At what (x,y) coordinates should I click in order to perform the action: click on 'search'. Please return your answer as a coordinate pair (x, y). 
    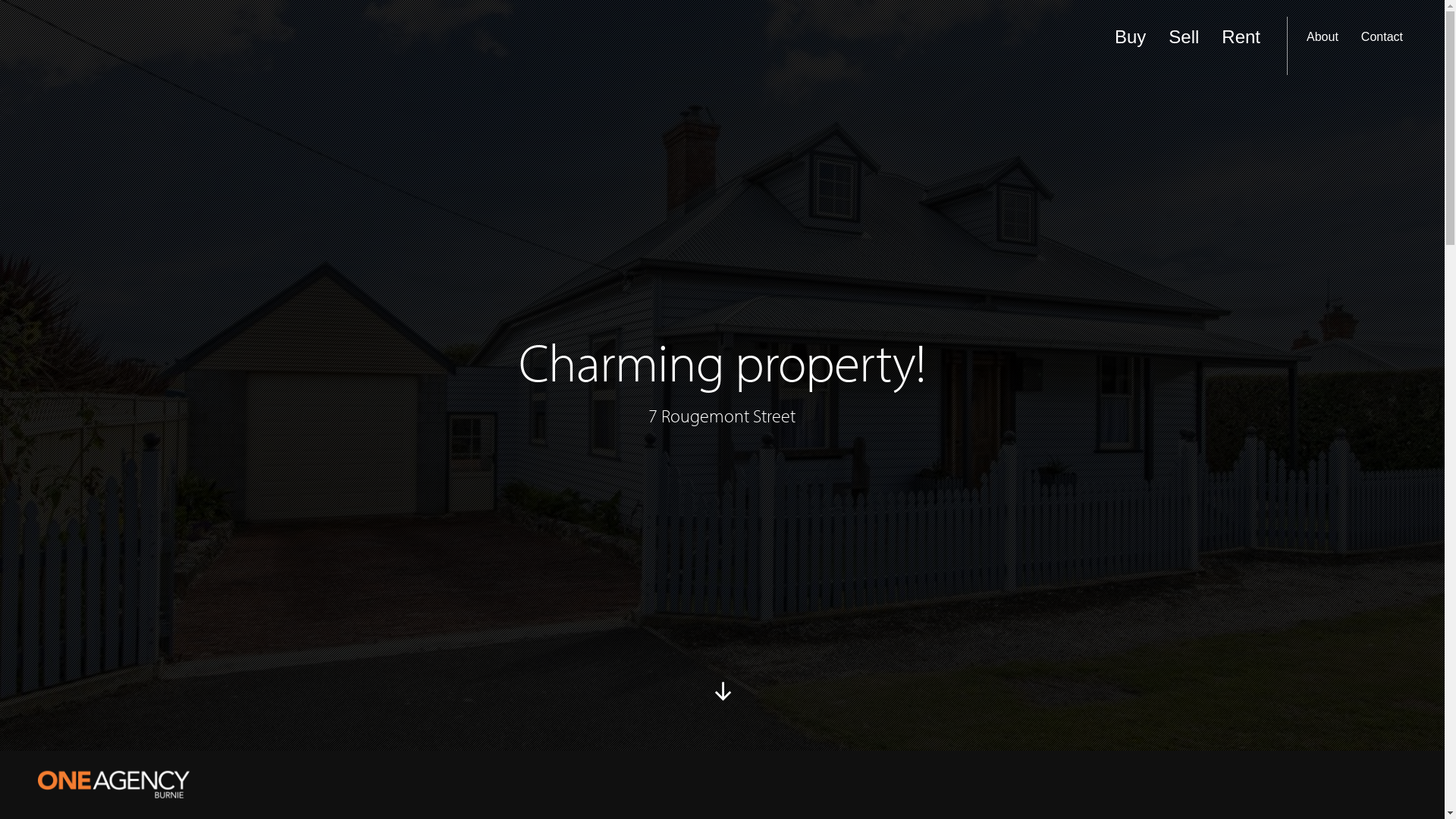
    Looking at the image, I should click on (1372, 34).